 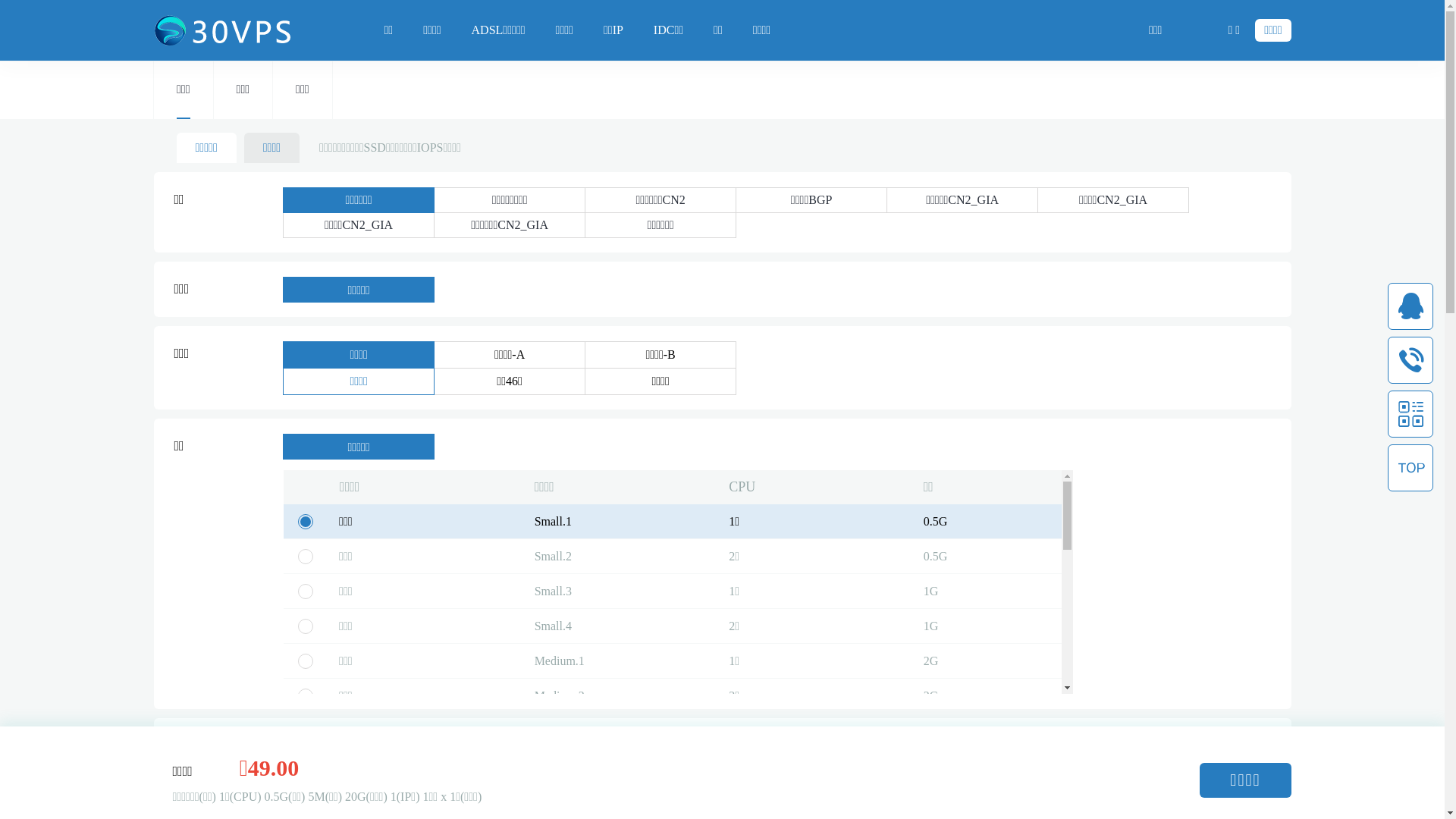 I want to click on '20G', so click(x=344, y=780).